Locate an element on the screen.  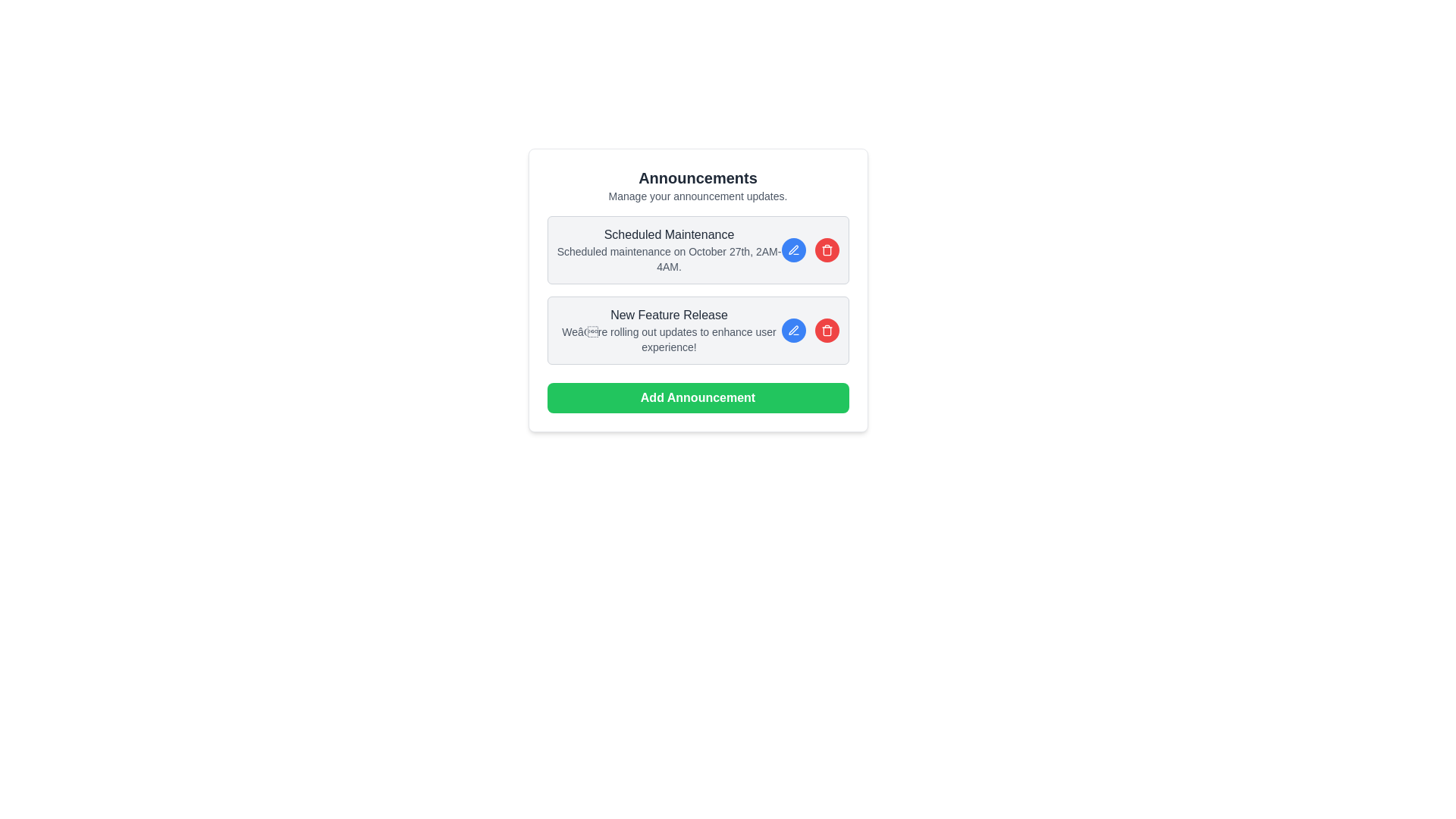
the delete button located to the right of the 'Scheduled Maintenance' tile to initiate deletion of the corresponding announcement is located at coordinates (826, 249).